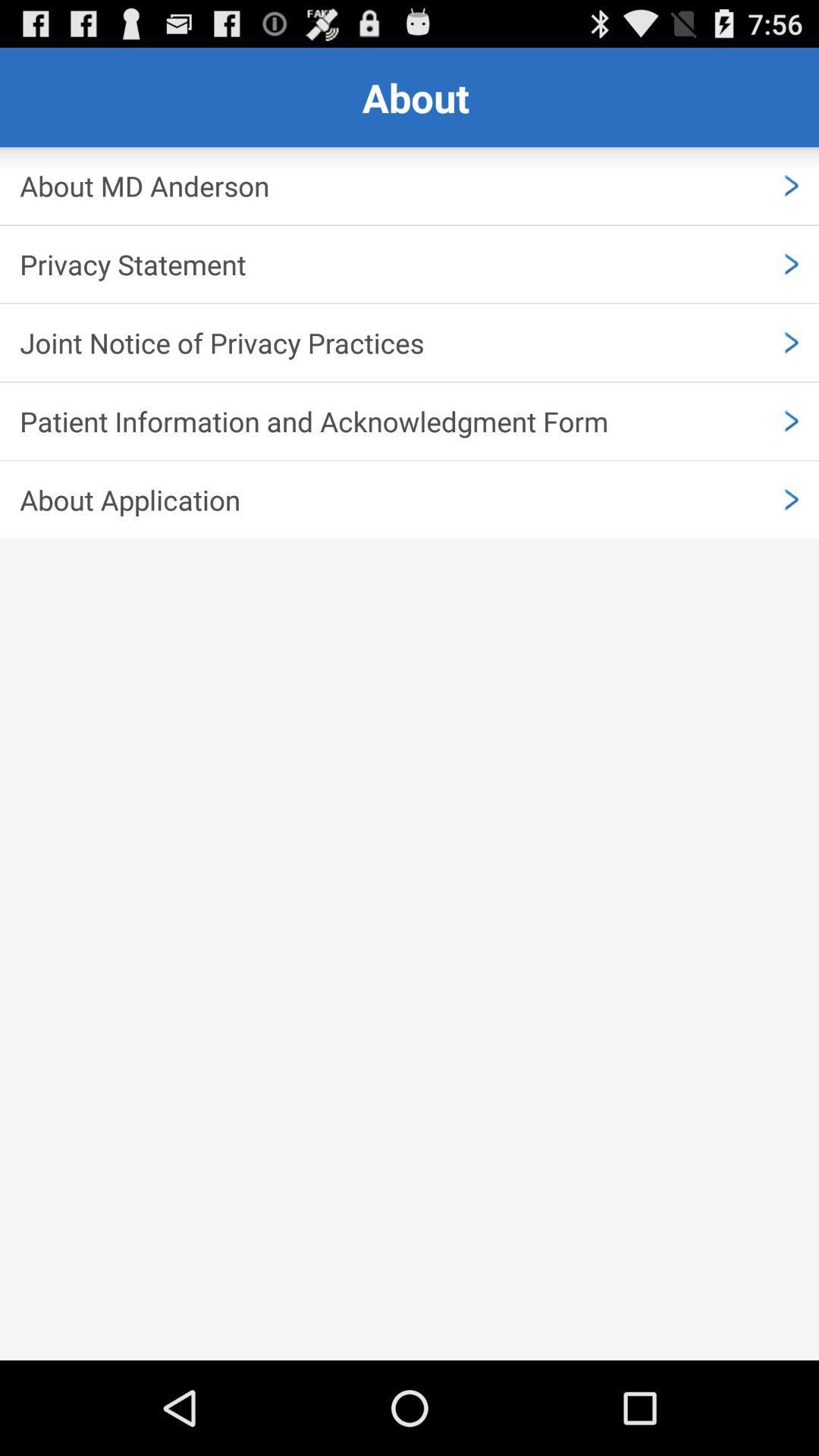 The image size is (819, 1456). Describe the element at coordinates (409, 185) in the screenshot. I see `item above the privacy statement icon` at that location.